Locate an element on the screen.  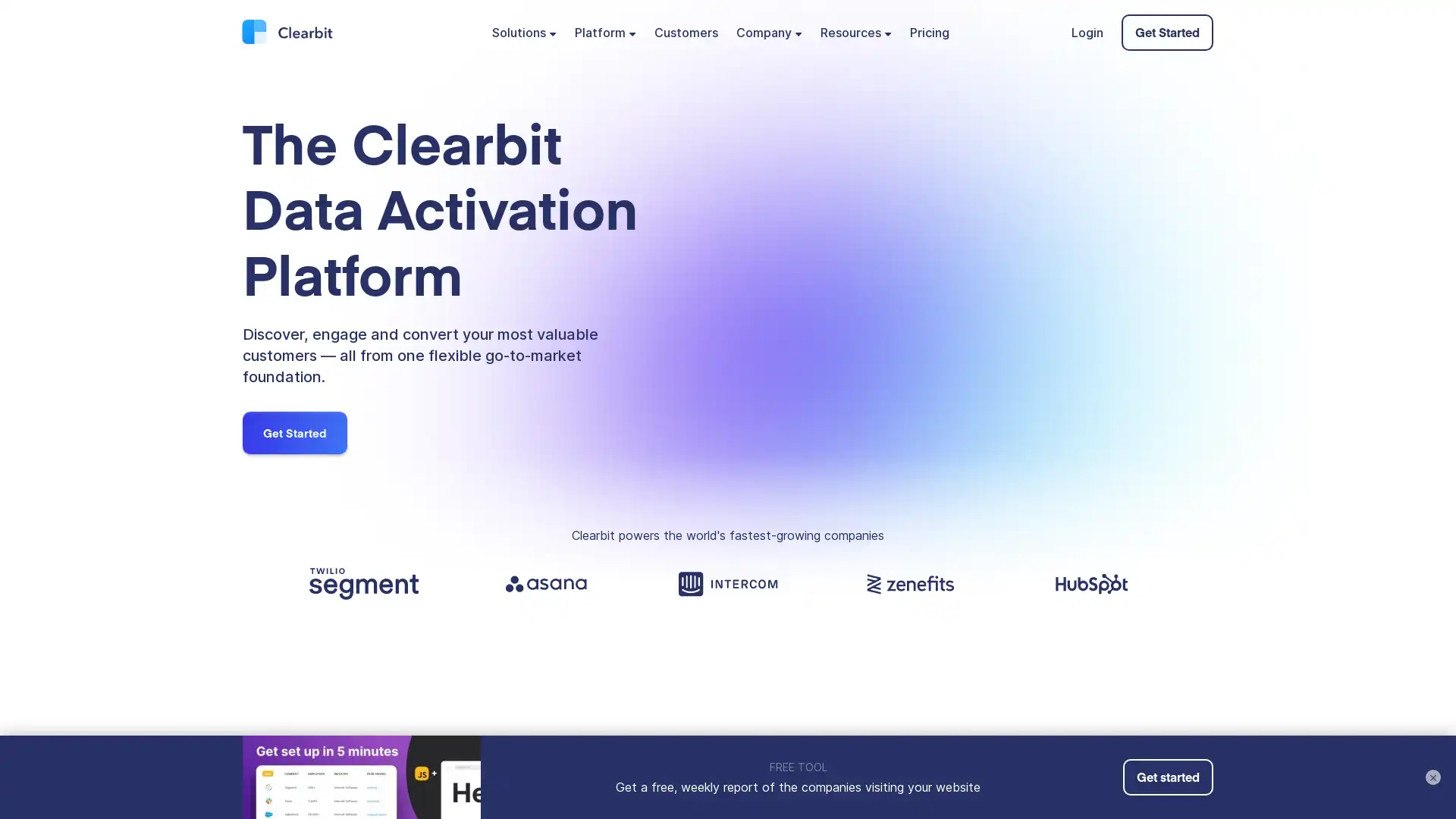
Get Started is located at coordinates (1166, 32).